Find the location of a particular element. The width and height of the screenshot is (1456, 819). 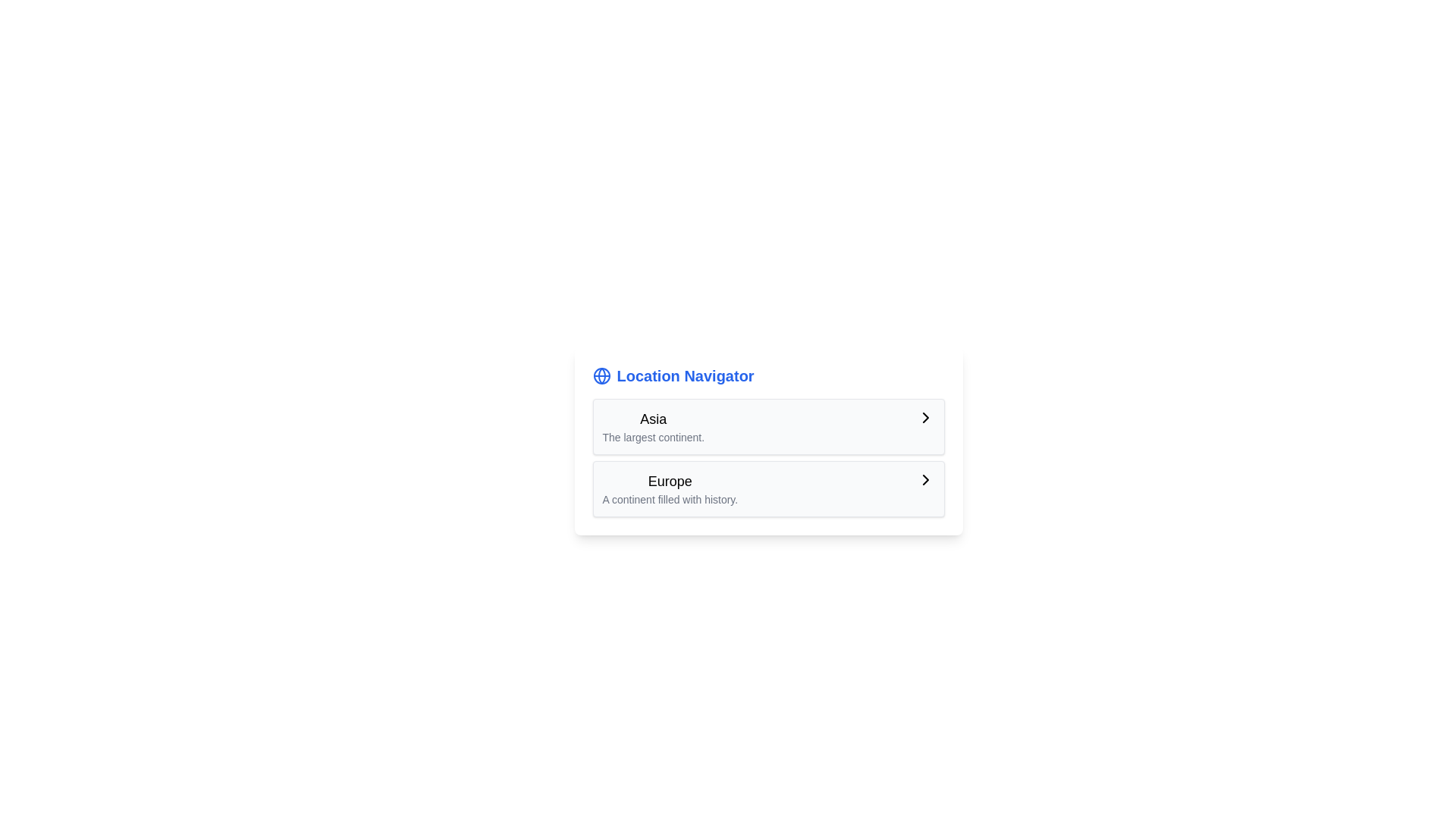

the first list item representing the region 'Asia' is located at coordinates (653, 427).